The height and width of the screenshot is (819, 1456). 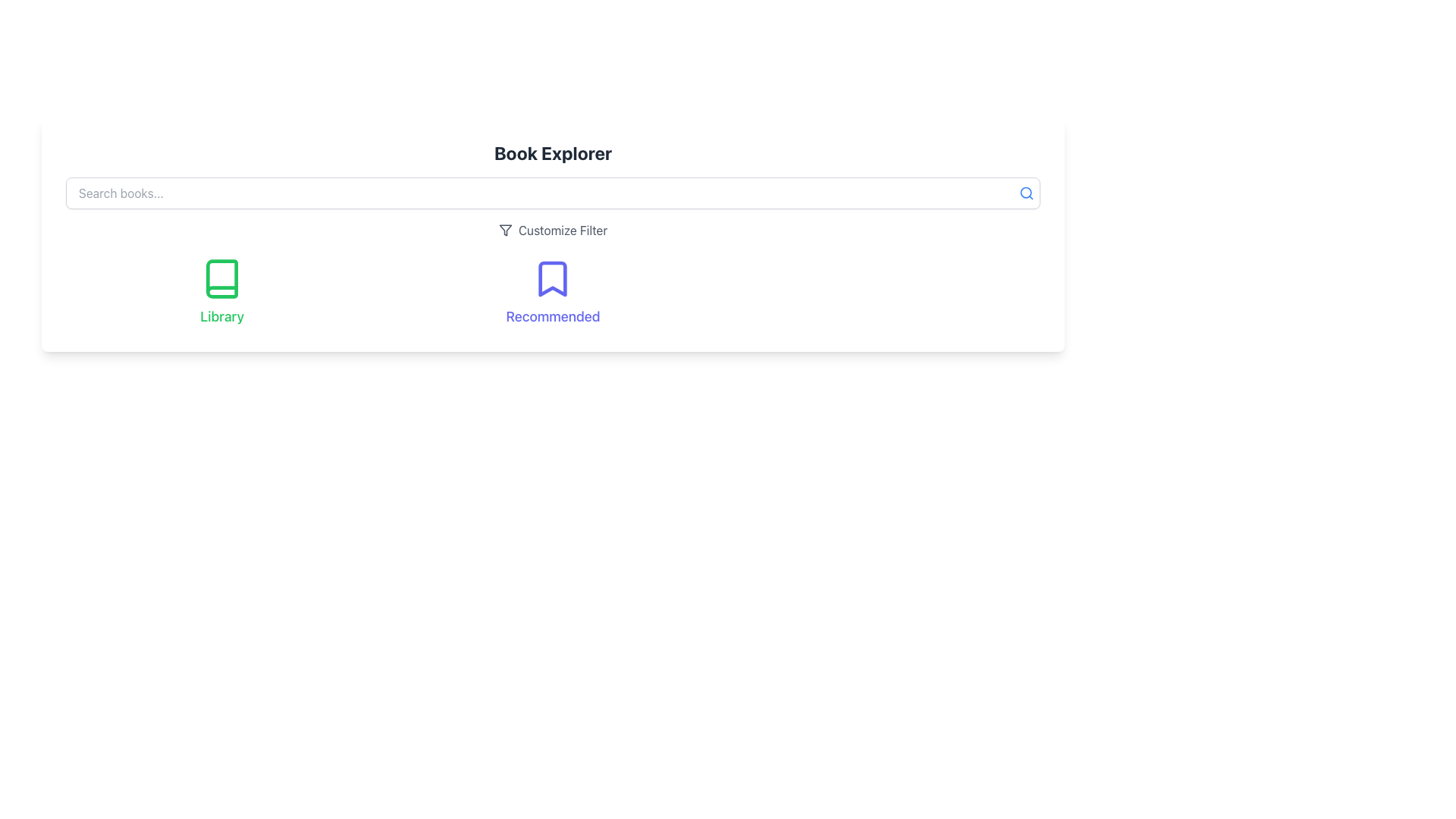 What do you see at coordinates (221, 278) in the screenshot?
I see `the green book icon located above the 'Library' text label in the flex column layout` at bounding box center [221, 278].